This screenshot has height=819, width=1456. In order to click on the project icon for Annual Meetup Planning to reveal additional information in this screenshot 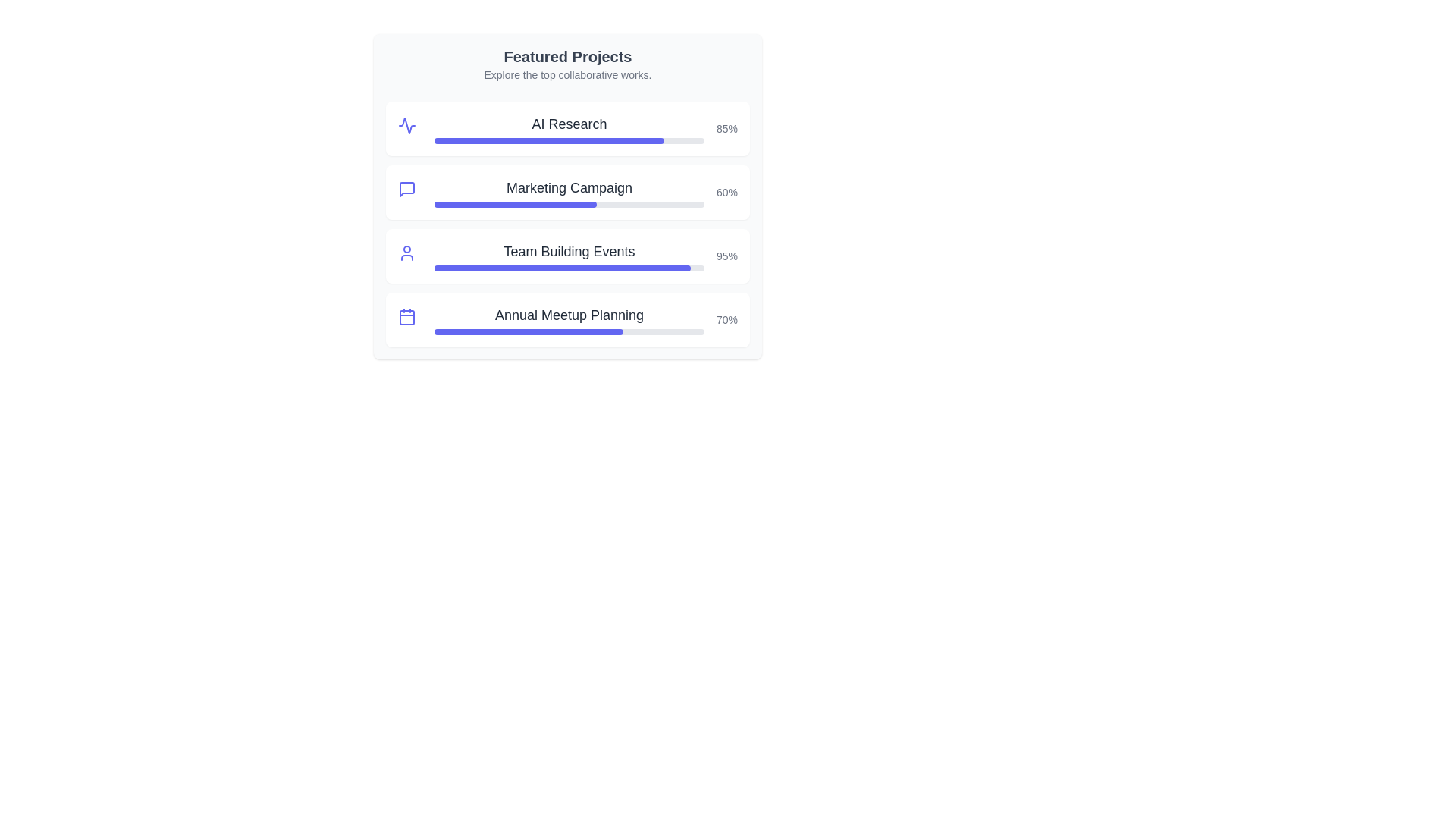, I will do `click(410, 318)`.